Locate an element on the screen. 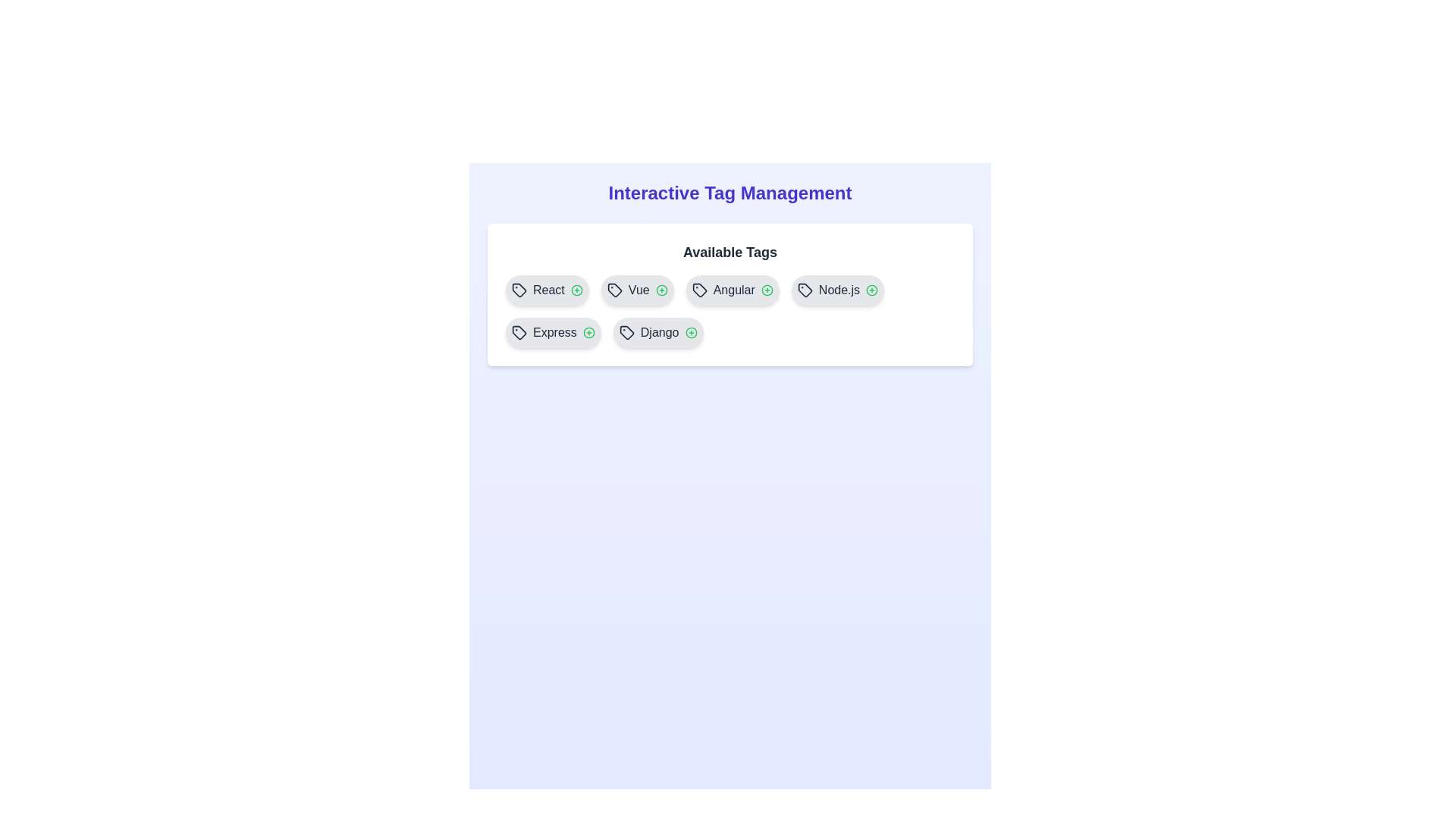 This screenshot has width=1456, height=819. the SVG Circle Component representing the 'Vue' tag located beneath 'Available Tags' is located at coordinates (661, 290).